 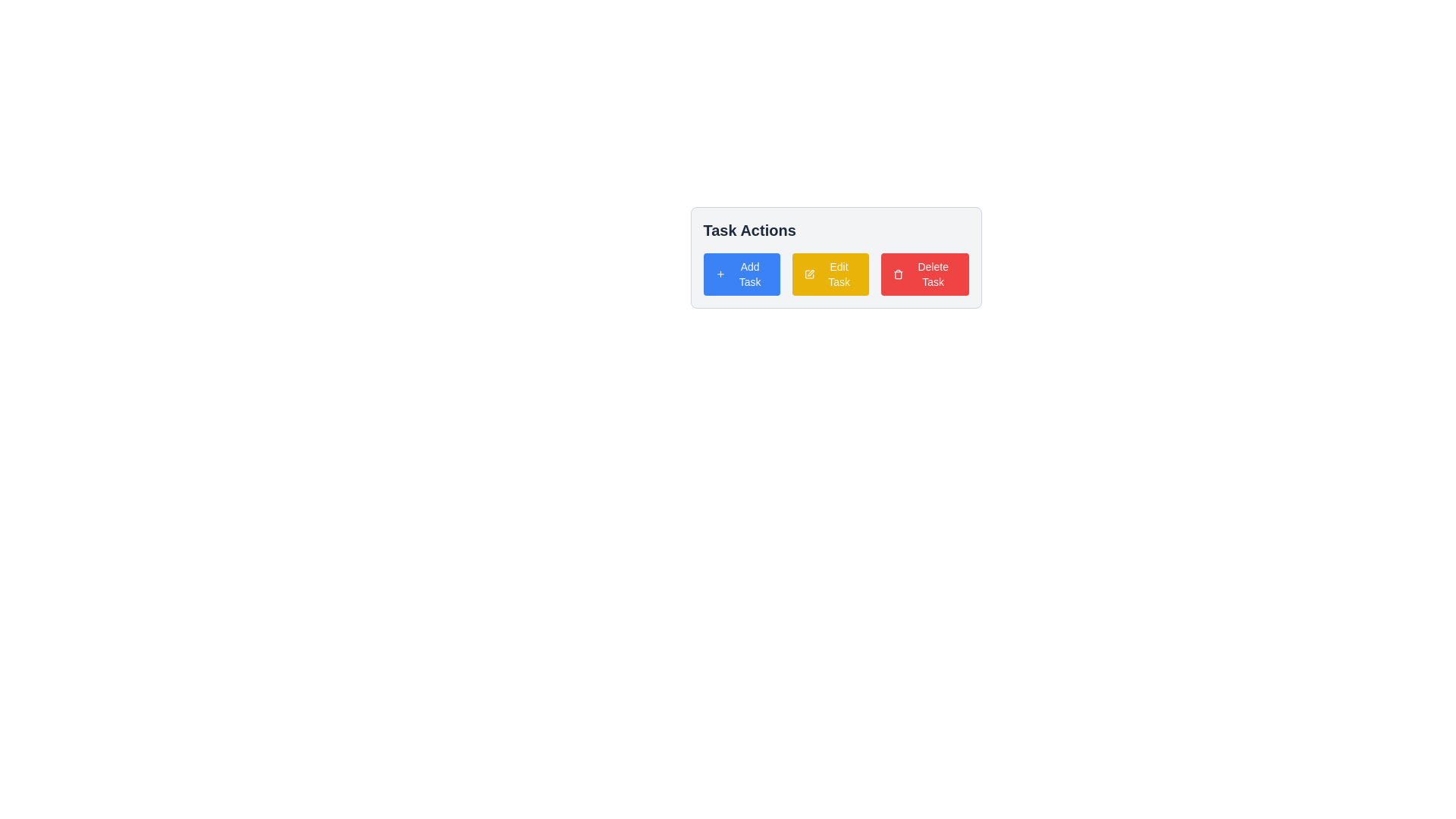 I want to click on the yellow 'Edit Task' button with a pen icon to trigger visual feedback, so click(x=830, y=275).